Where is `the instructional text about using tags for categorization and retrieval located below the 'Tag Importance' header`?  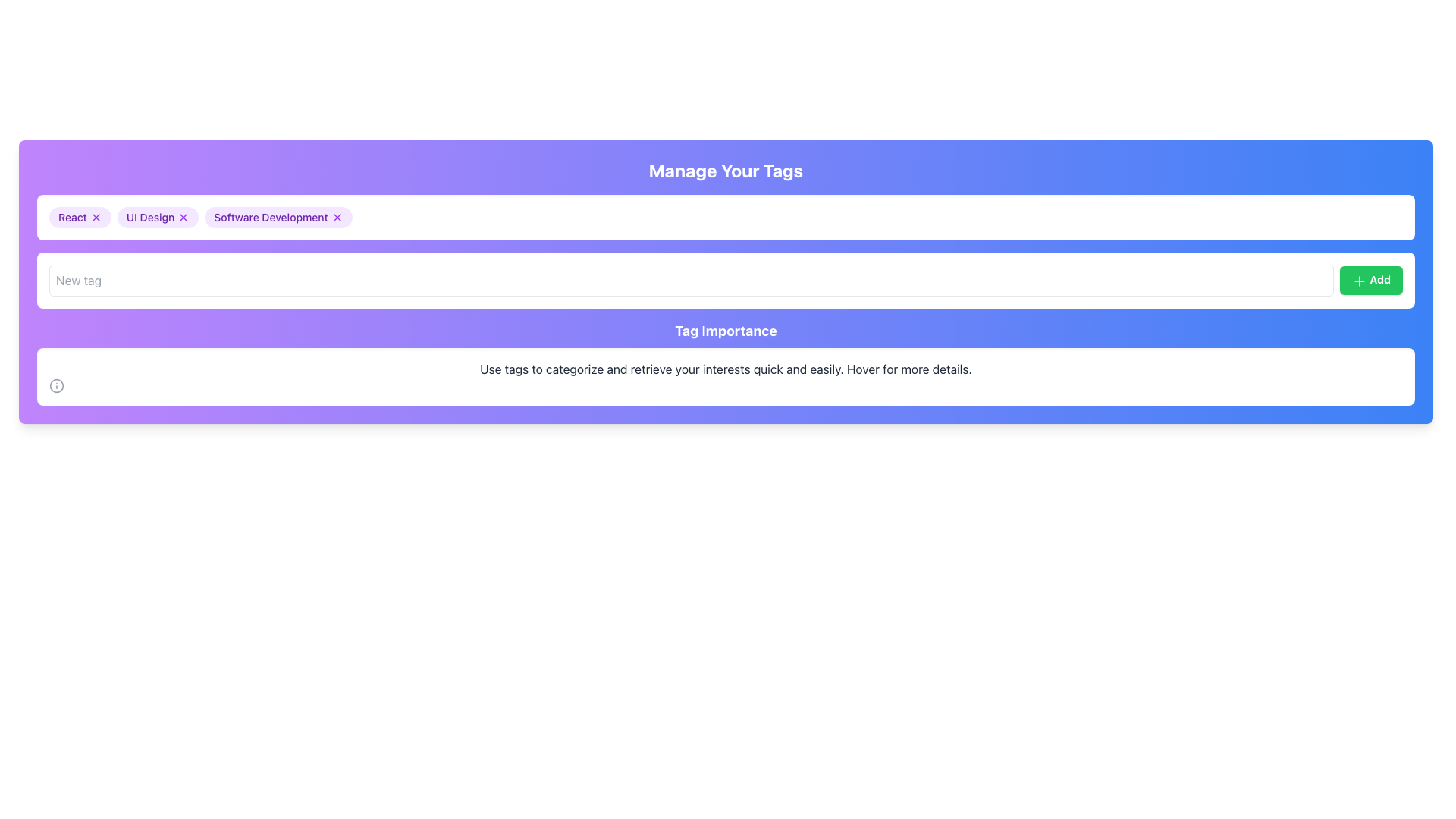
the instructional text about using tags for categorization and retrieval located below the 'Tag Importance' header is located at coordinates (725, 369).